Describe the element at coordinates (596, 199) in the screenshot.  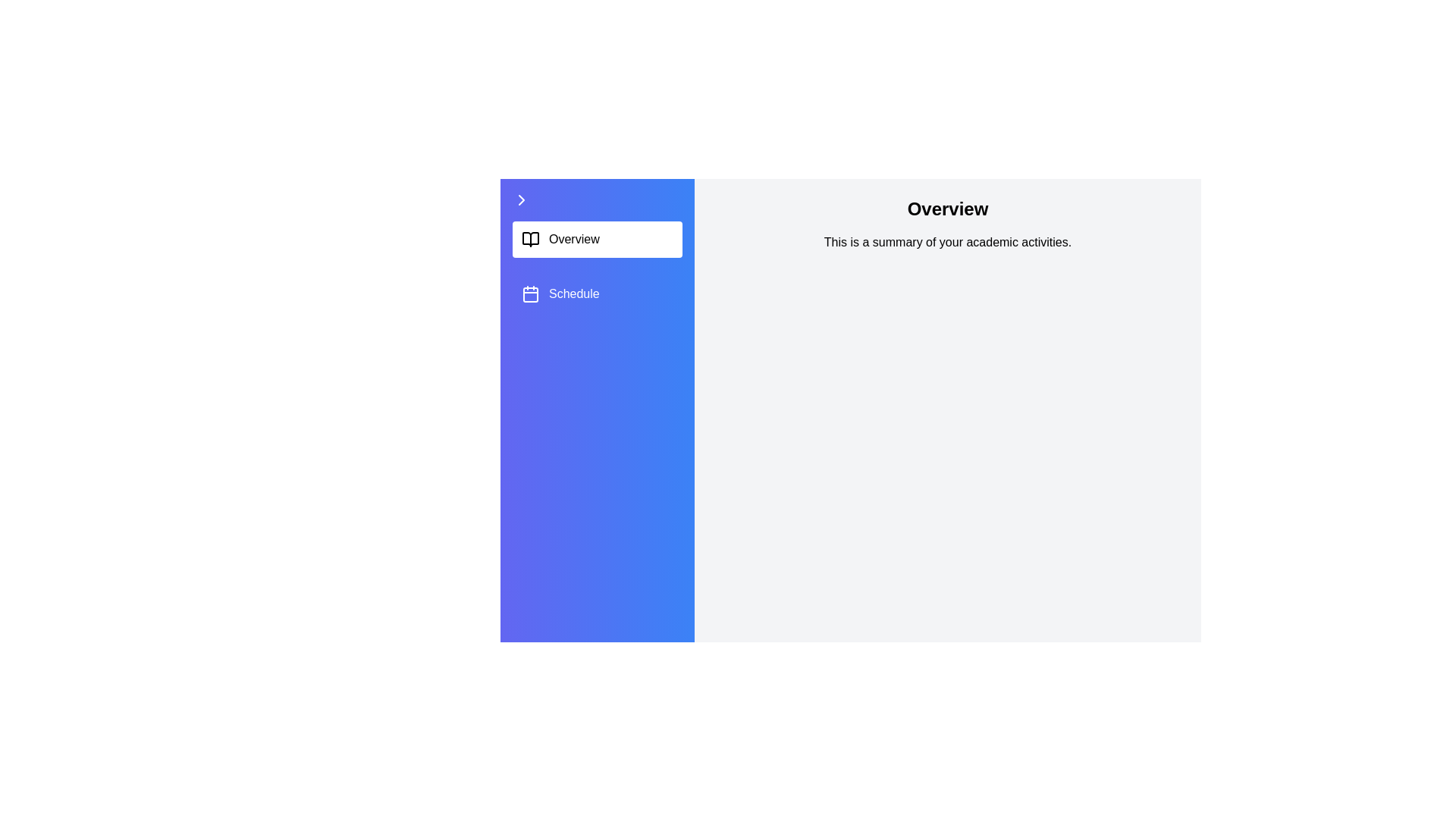
I see `button to toggle the sidebar open or close` at that location.